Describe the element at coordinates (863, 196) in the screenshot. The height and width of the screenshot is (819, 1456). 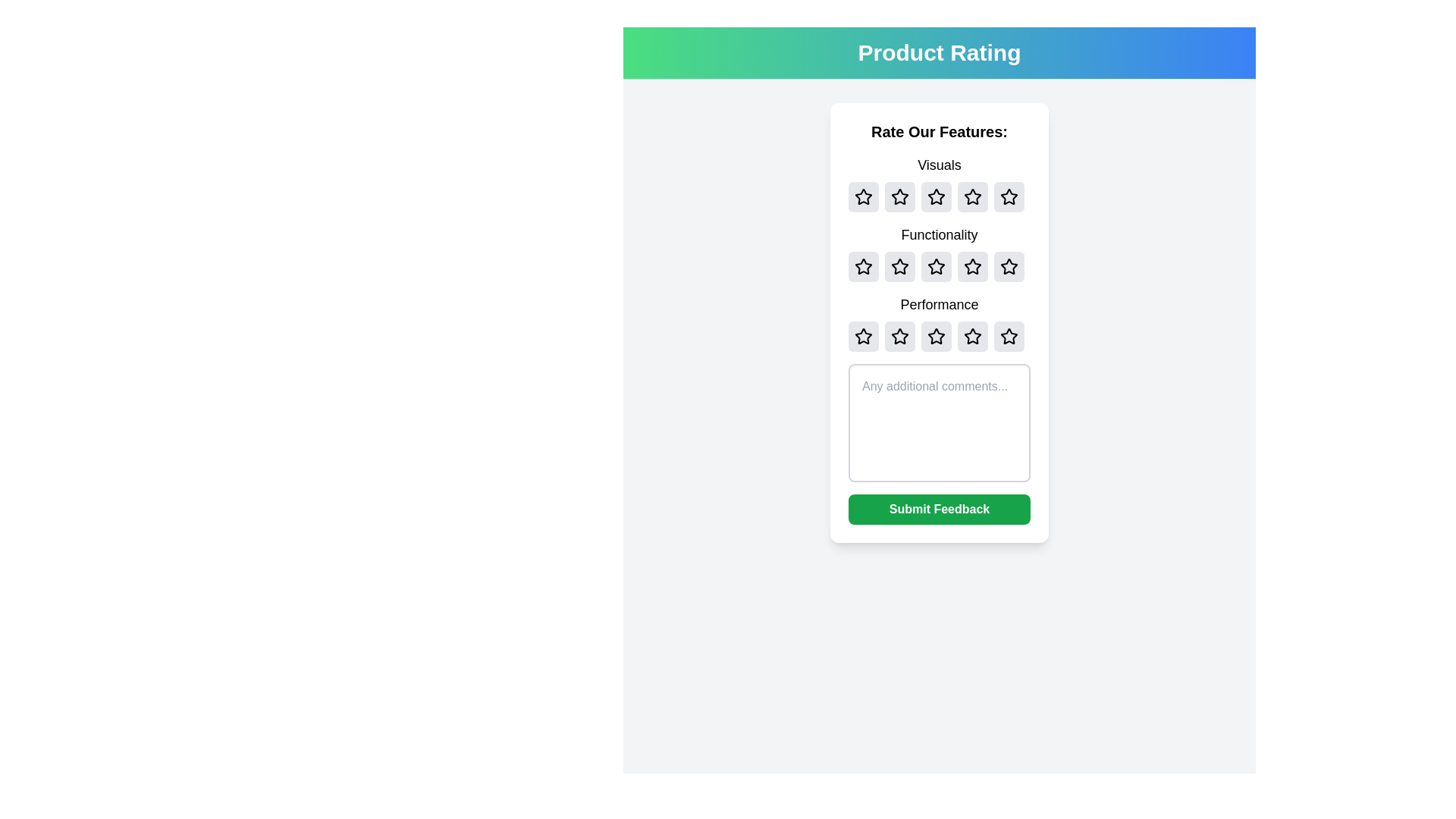
I see `the first star icon in the 'Visuals' category` at that location.